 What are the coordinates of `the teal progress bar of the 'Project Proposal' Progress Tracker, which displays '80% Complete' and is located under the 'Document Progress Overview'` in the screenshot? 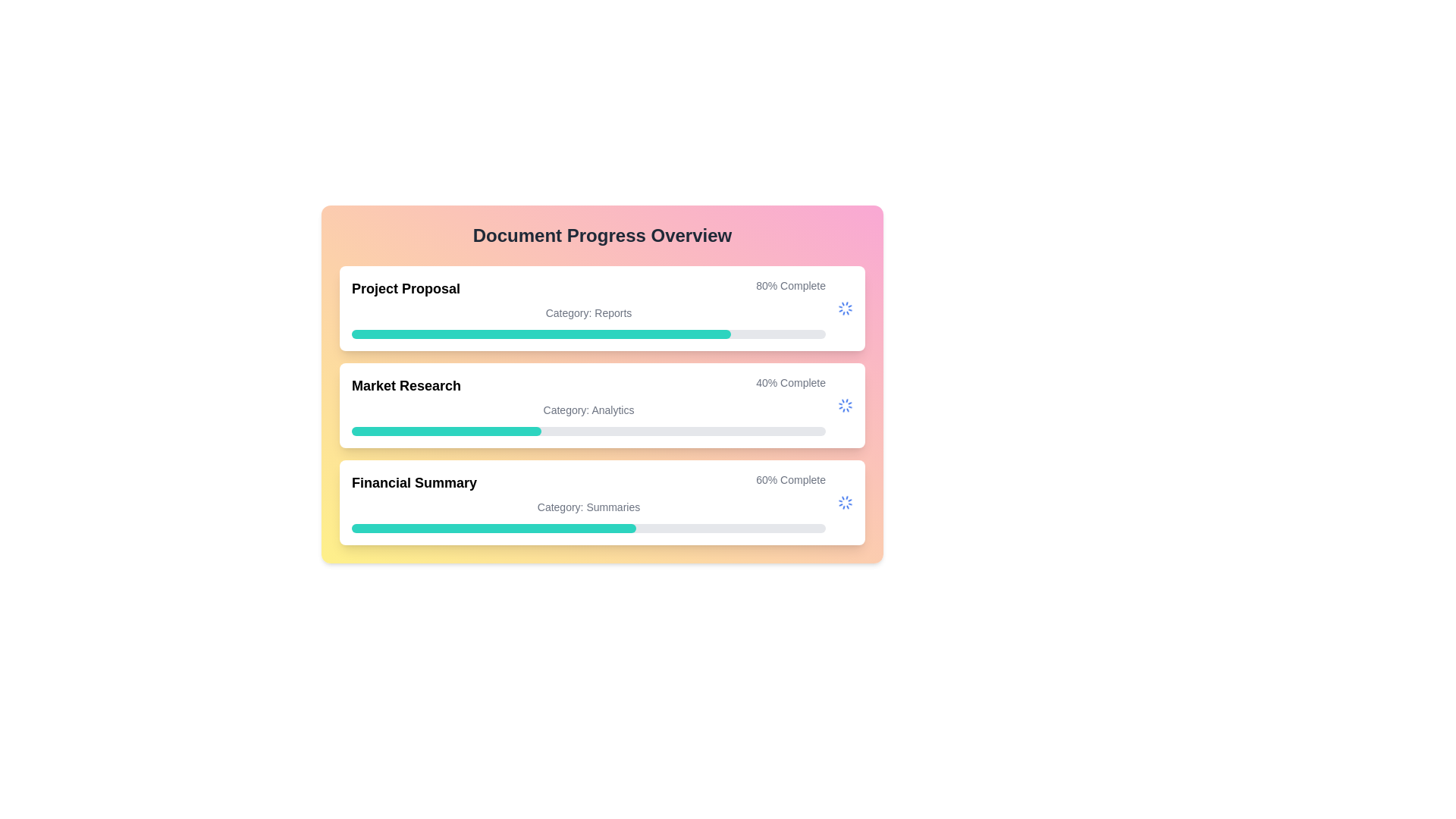 It's located at (588, 308).